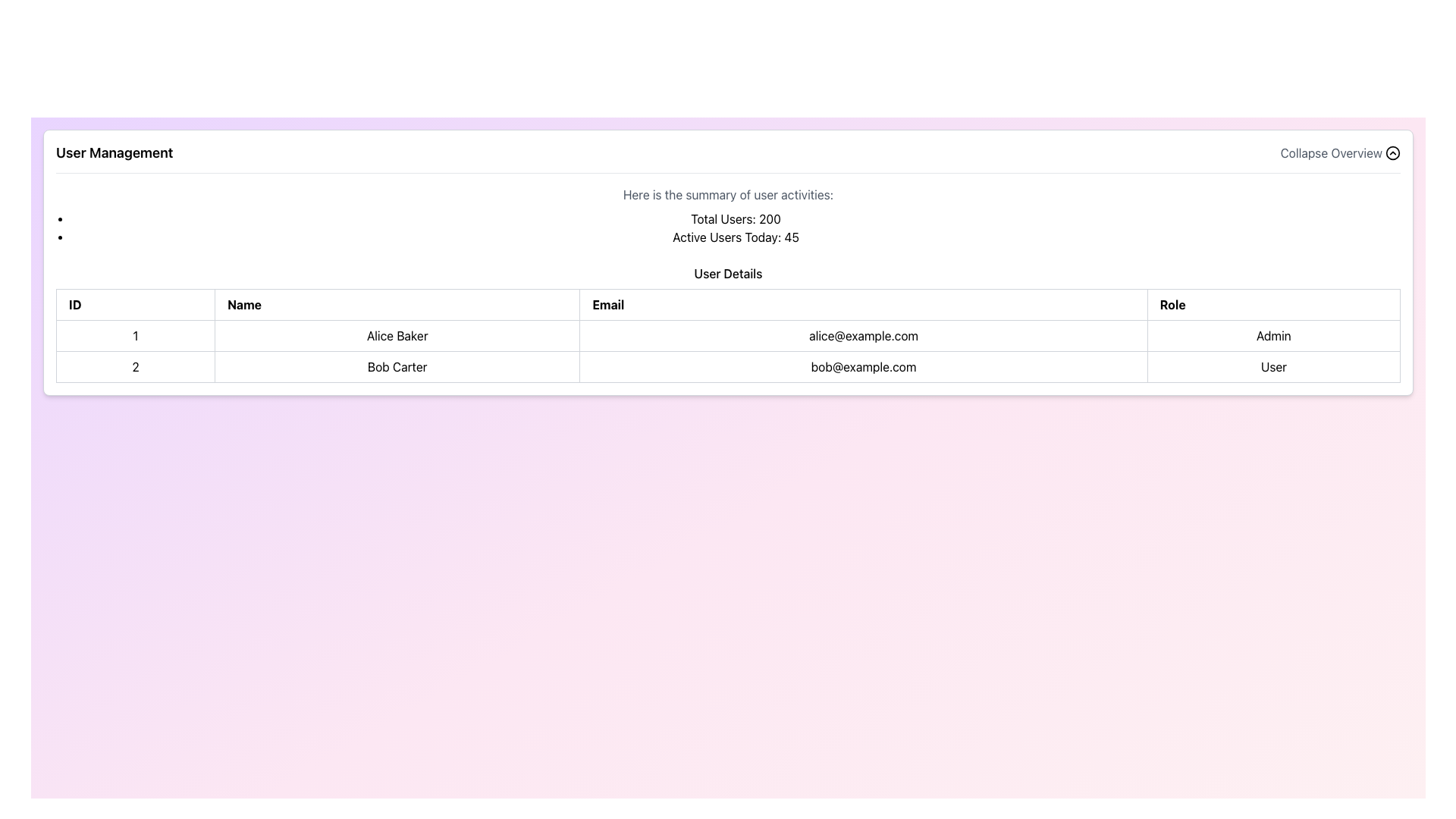 Image resolution: width=1456 pixels, height=819 pixels. What do you see at coordinates (1273, 335) in the screenshot?
I see `the 'Admin' text label in the Role column for user 'Alice Baker', which is displayed in black text within a white background and a thin border` at bounding box center [1273, 335].